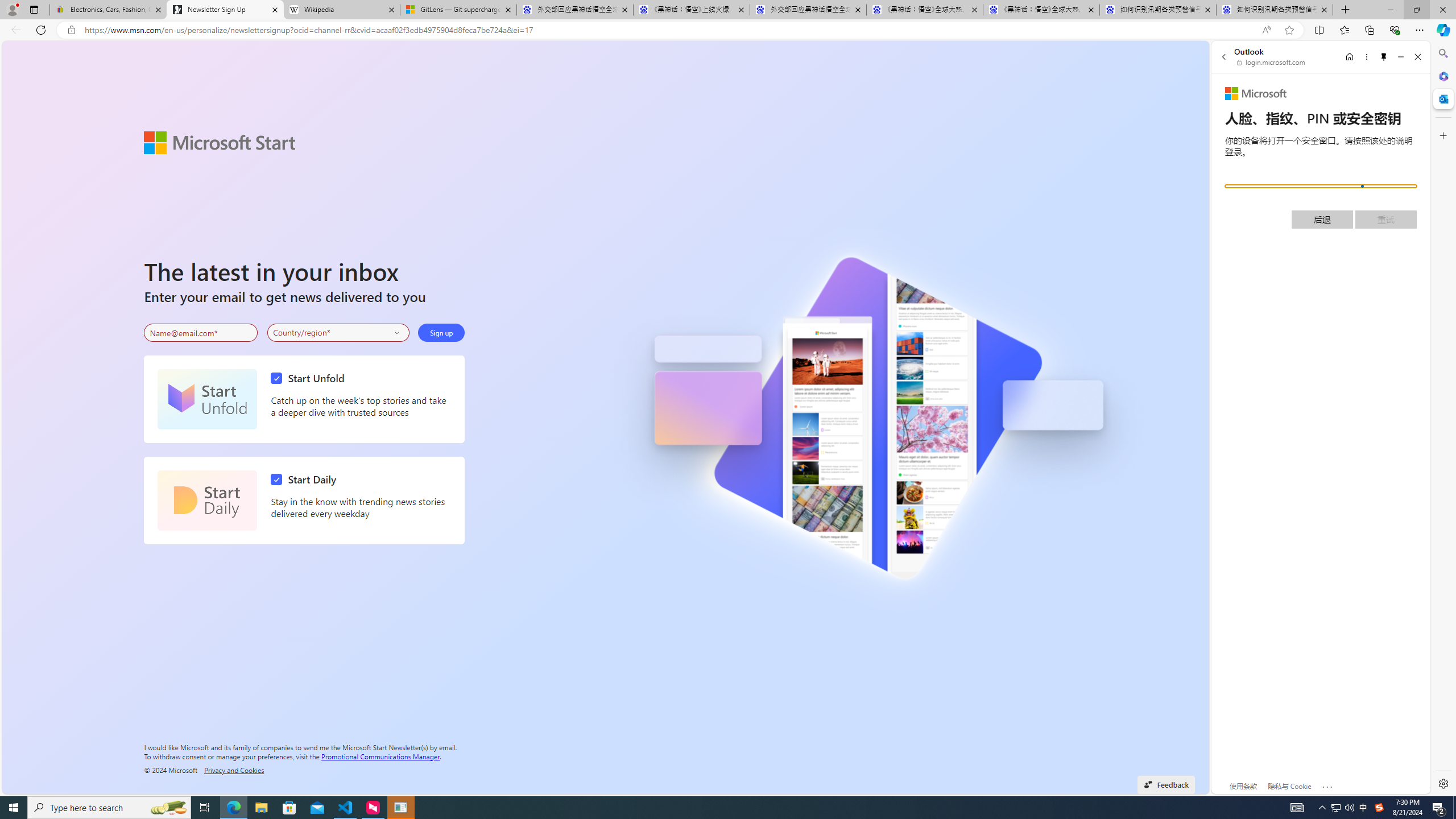  Describe the element at coordinates (380, 755) in the screenshot. I see `'Promotional Communications Manager'` at that location.